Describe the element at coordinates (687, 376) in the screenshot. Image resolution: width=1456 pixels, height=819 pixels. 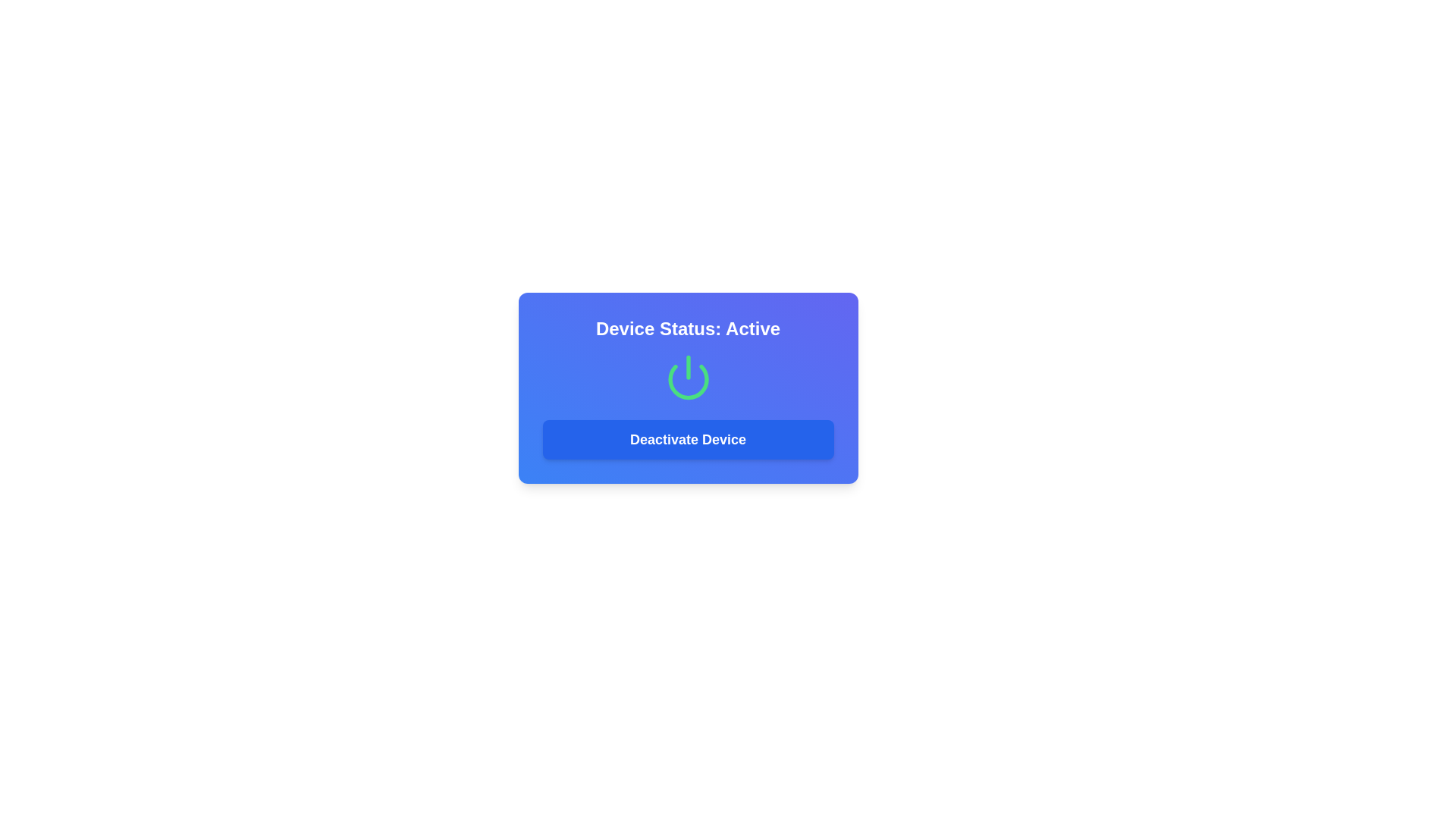
I see `the circular green power icon, which features a vertical line indicating a power on/off symbol, located centrally below the text 'Device Status: Active' and above the 'Deactivate Device' button` at that location.